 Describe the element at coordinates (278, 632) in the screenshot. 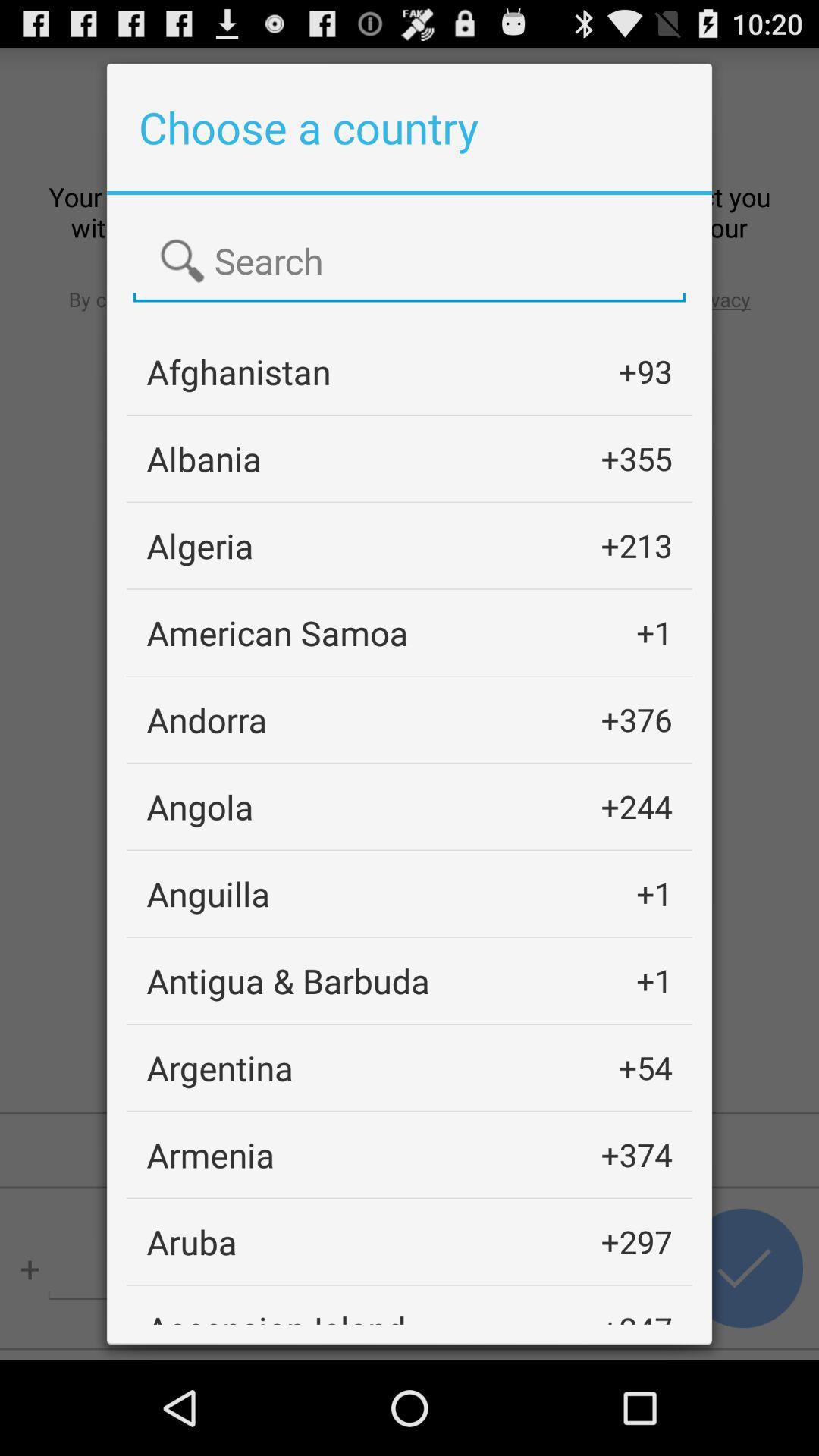

I see `app above andorra item` at that location.